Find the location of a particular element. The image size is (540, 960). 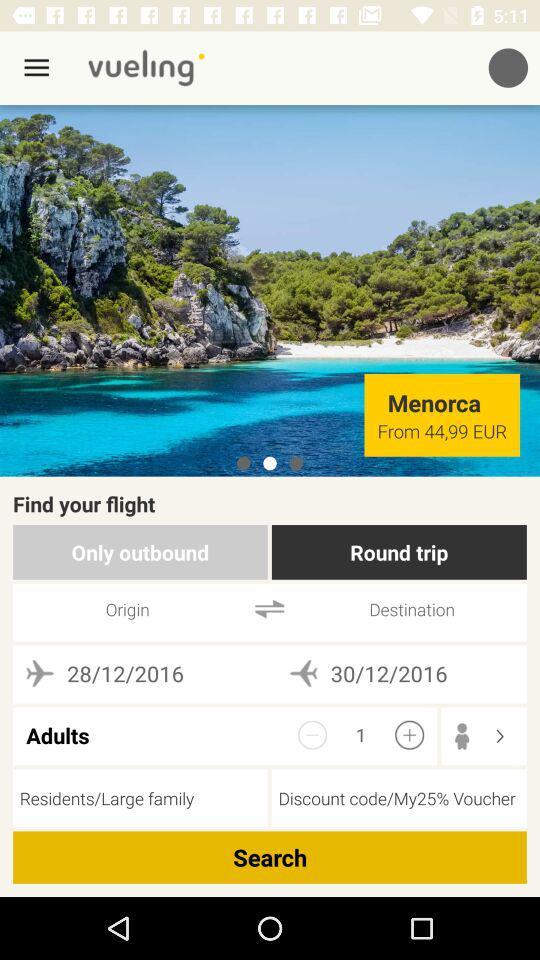

the compare icon is located at coordinates (269, 608).